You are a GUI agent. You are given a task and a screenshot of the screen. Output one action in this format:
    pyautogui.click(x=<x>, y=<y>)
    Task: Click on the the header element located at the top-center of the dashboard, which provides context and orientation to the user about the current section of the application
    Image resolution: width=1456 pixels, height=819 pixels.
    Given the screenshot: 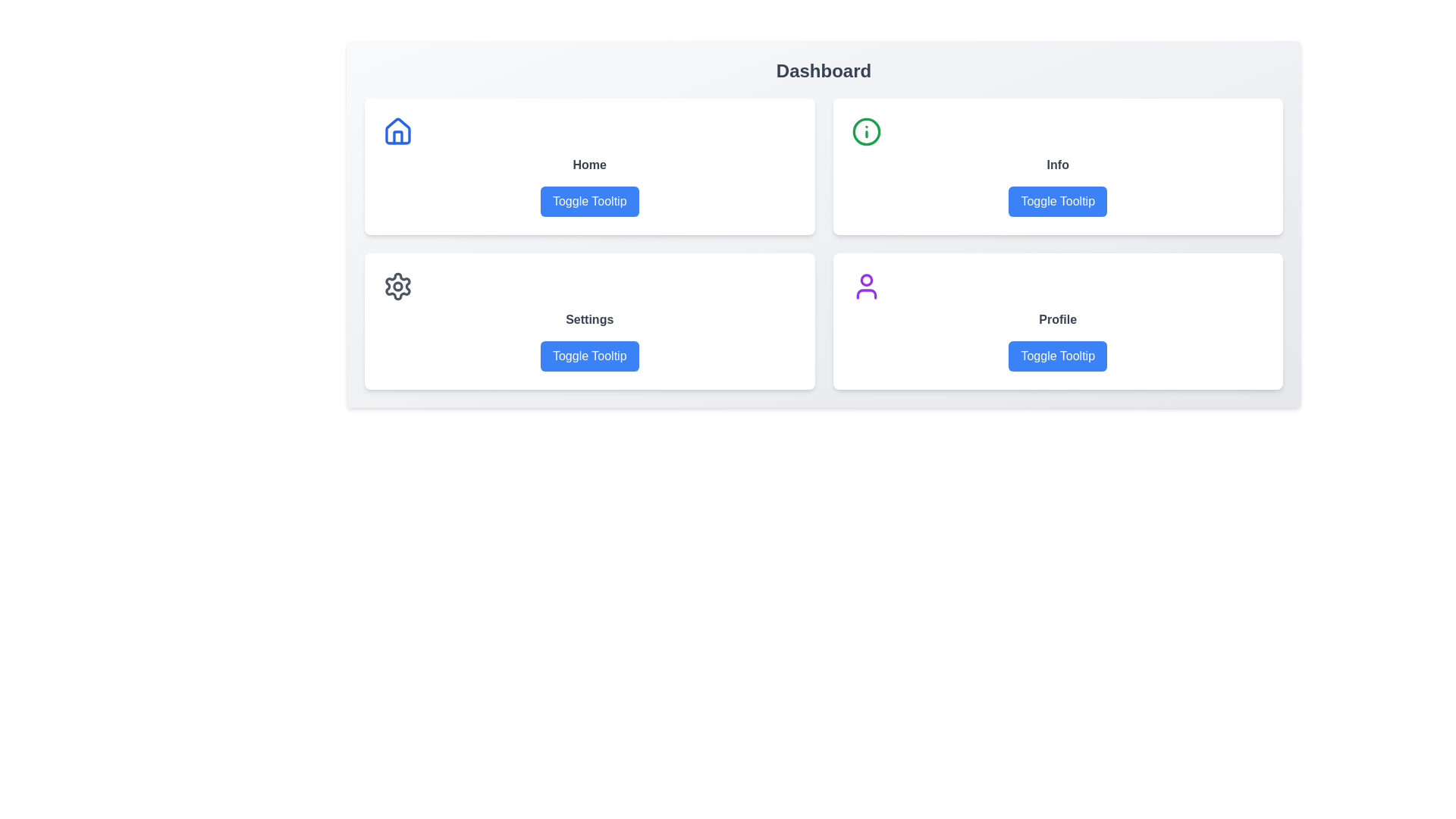 What is the action you would take?
    pyautogui.click(x=823, y=71)
    